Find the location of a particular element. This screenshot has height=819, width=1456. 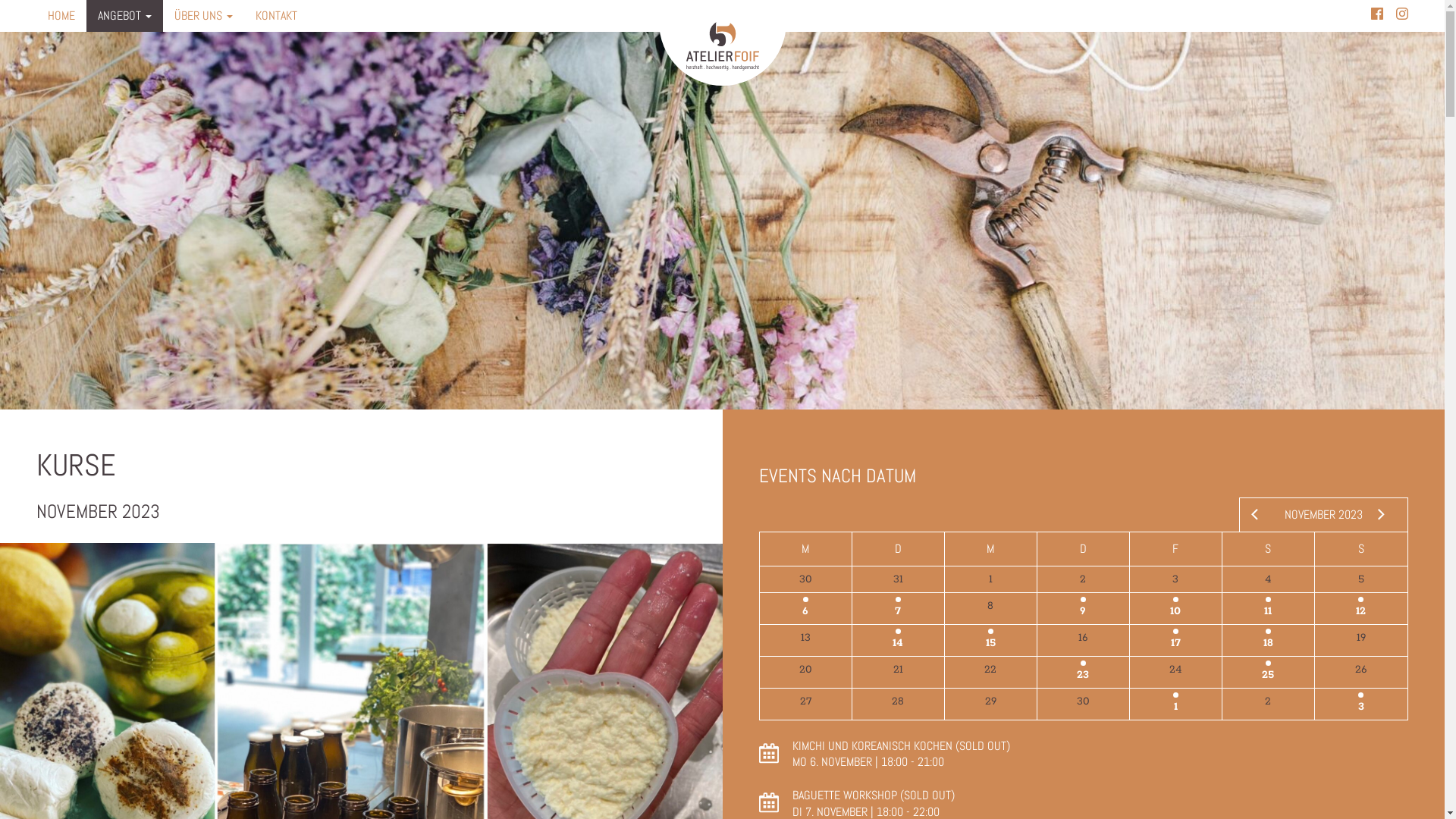

'1 VERANSTALTUNG, is located at coordinates (944, 640).